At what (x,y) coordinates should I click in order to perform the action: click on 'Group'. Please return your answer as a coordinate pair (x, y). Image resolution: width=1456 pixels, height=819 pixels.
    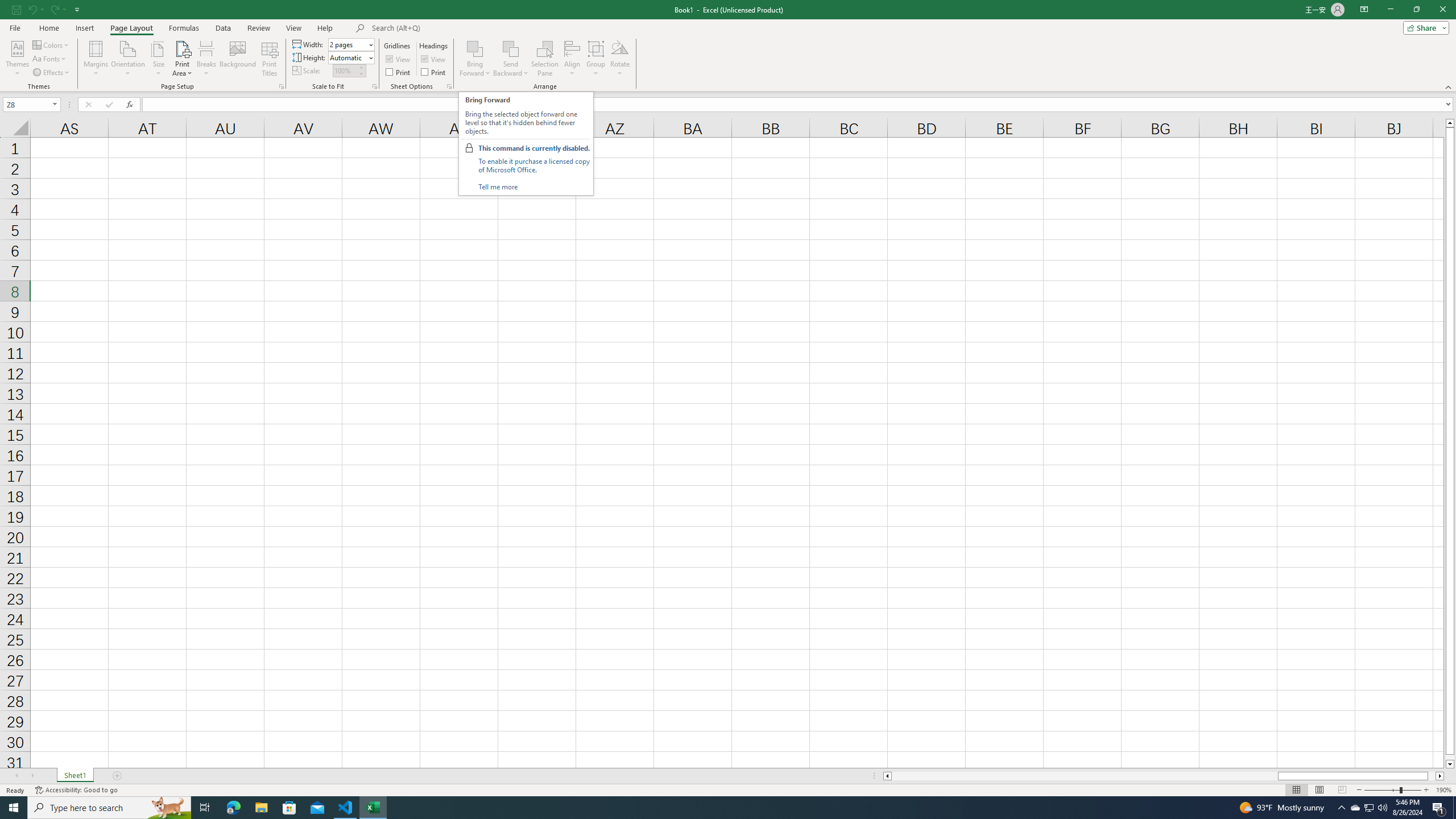
    Looking at the image, I should click on (595, 59).